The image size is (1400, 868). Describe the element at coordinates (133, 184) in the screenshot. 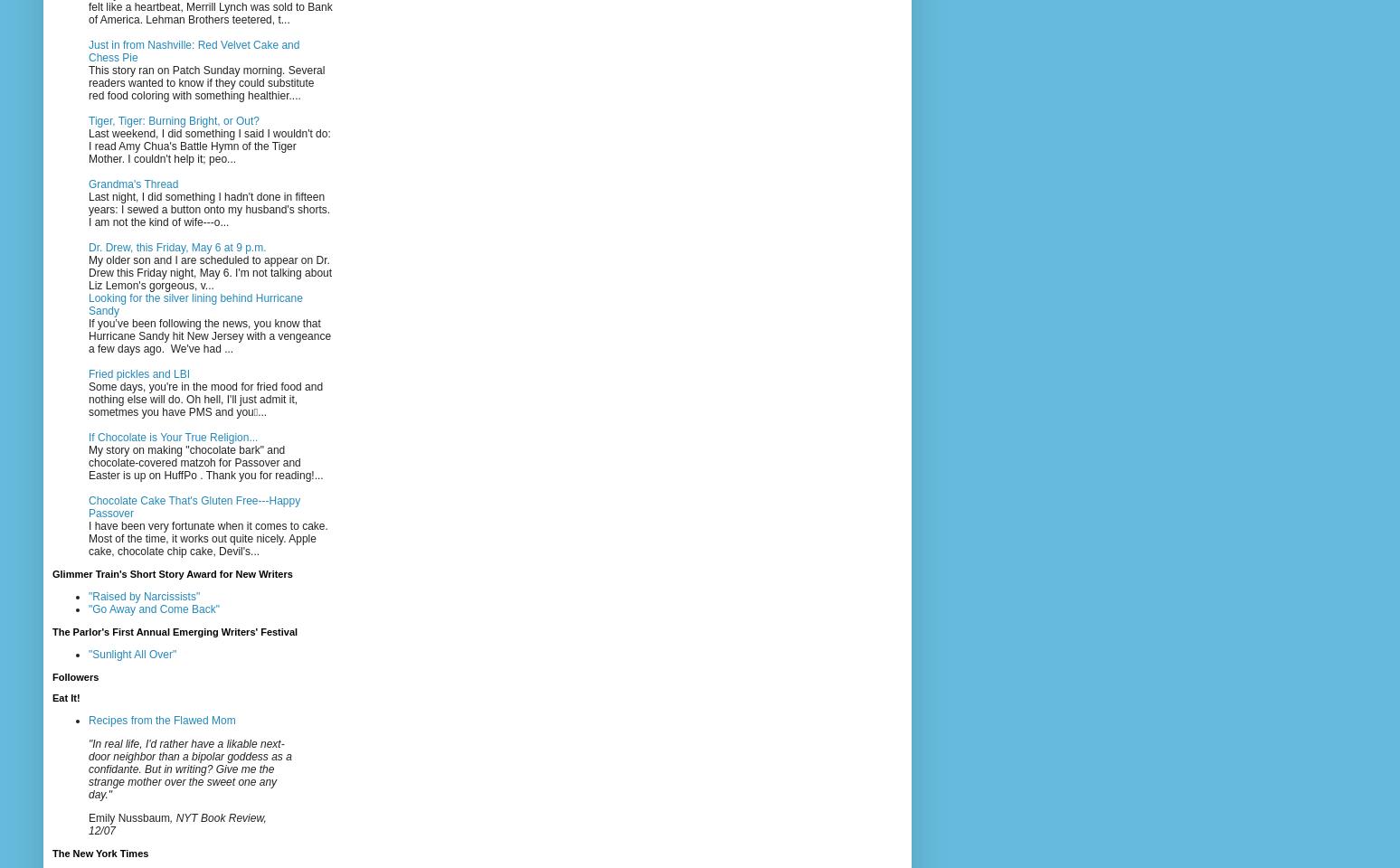

I see `'Grandma's Thread'` at that location.